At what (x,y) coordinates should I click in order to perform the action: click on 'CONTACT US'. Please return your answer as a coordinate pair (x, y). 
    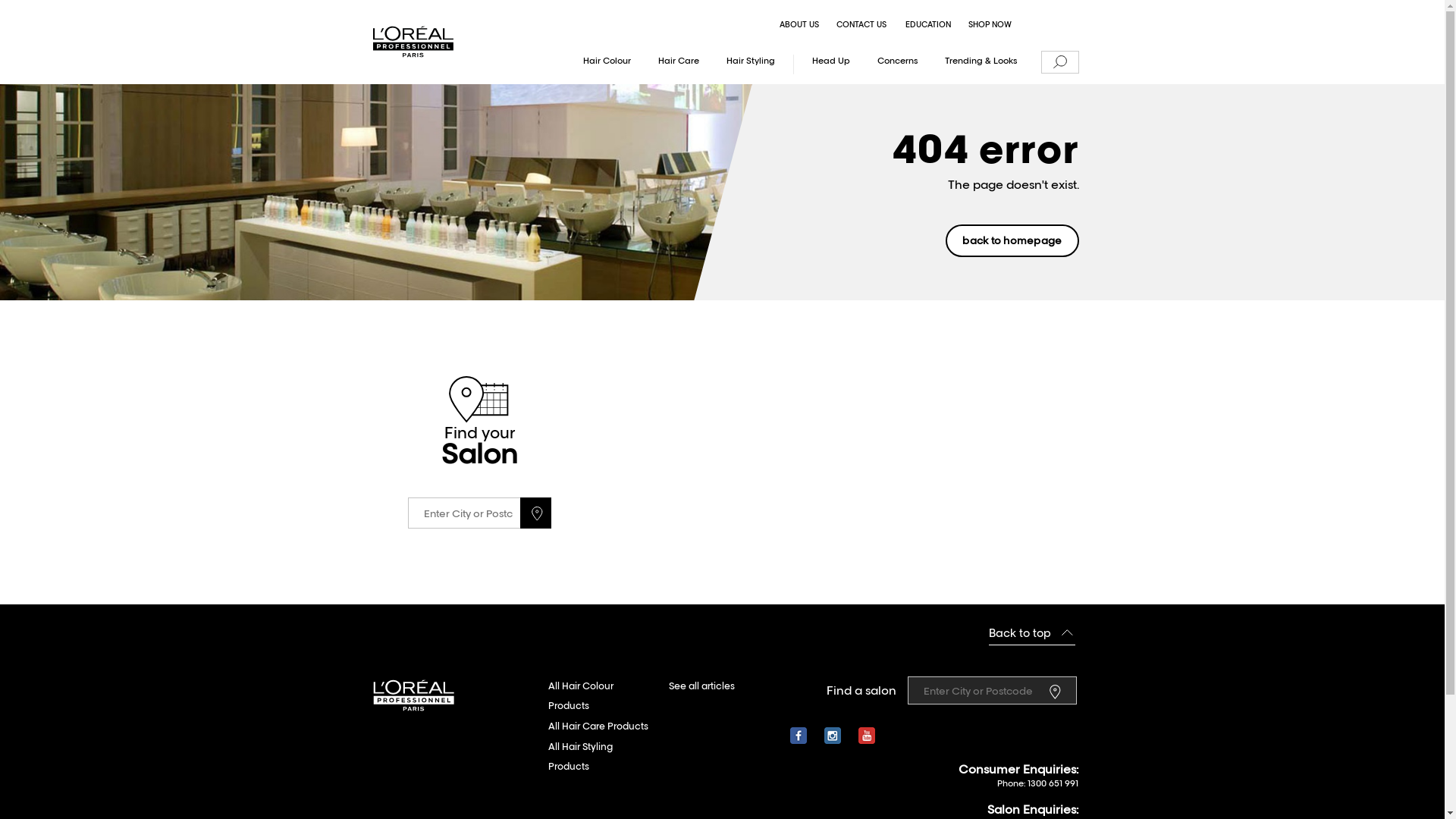
    Looking at the image, I should click on (861, 26).